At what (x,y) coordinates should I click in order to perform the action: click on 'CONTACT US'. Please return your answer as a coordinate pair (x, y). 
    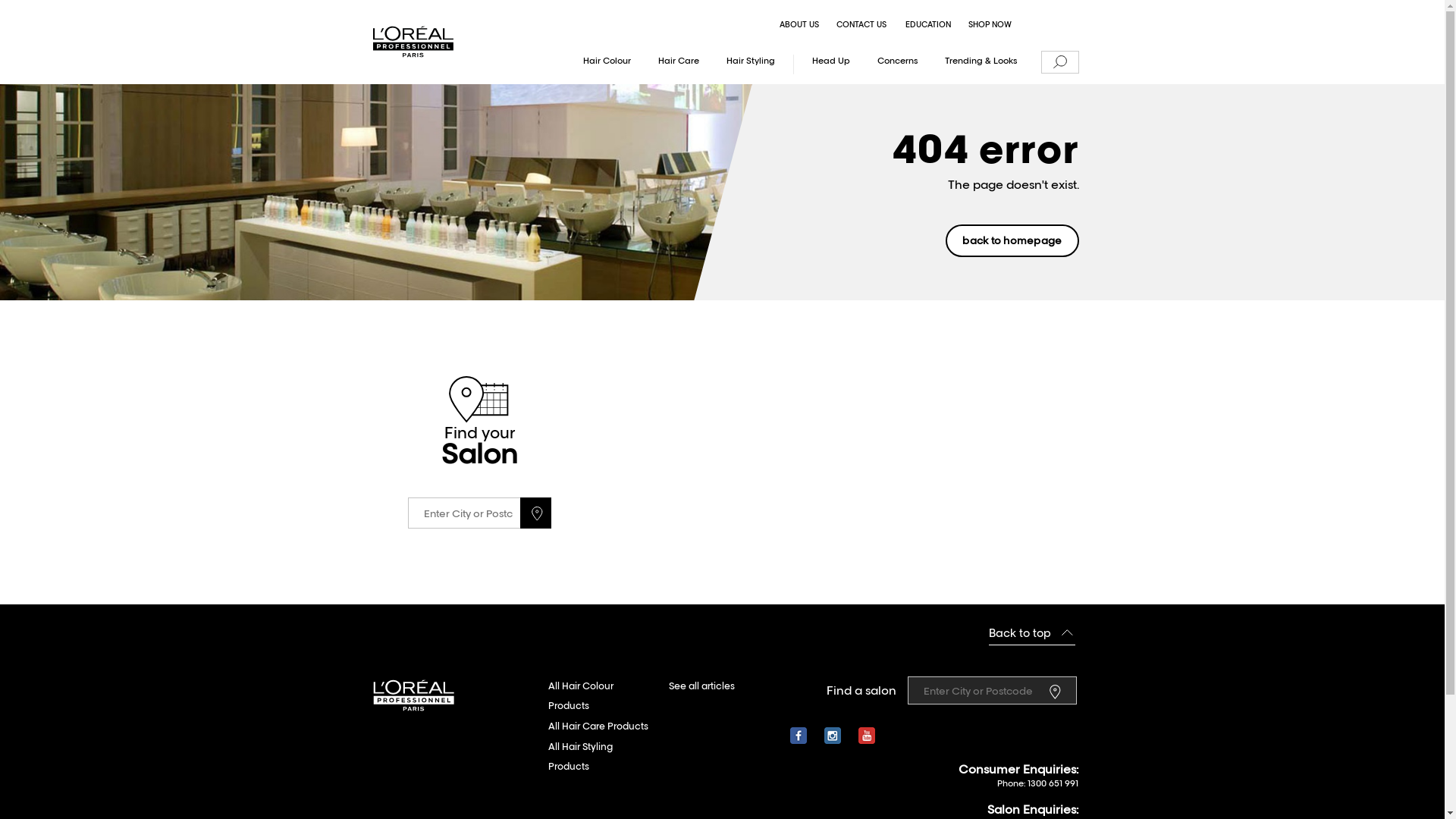
    Looking at the image, I should click on (861, 26).